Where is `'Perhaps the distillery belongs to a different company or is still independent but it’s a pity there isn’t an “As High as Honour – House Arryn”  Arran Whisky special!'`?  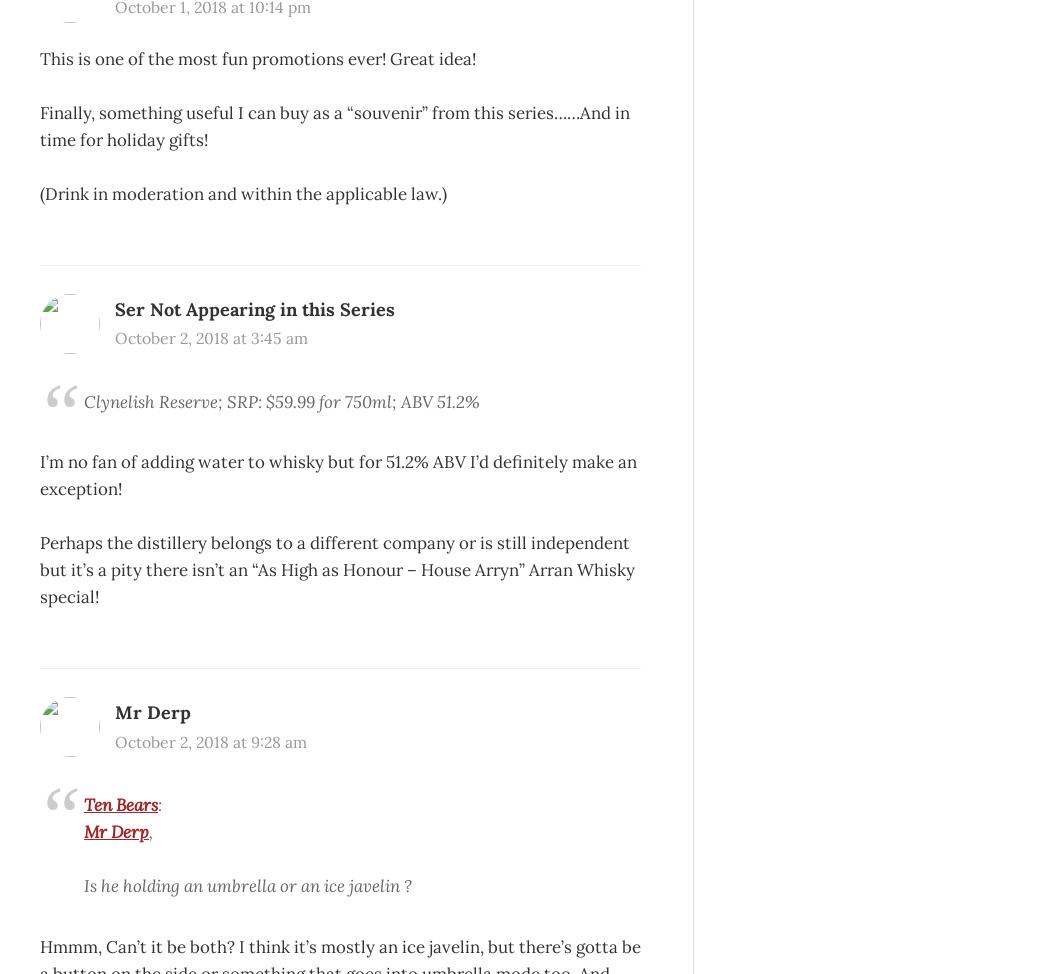 'Perhaps the distillery belongs to a different company or is still independent but it’s a pity there isn’t an “As High as Honour – House Arryn”  Arran Whisky special!' is located at coordinates (337, 568).